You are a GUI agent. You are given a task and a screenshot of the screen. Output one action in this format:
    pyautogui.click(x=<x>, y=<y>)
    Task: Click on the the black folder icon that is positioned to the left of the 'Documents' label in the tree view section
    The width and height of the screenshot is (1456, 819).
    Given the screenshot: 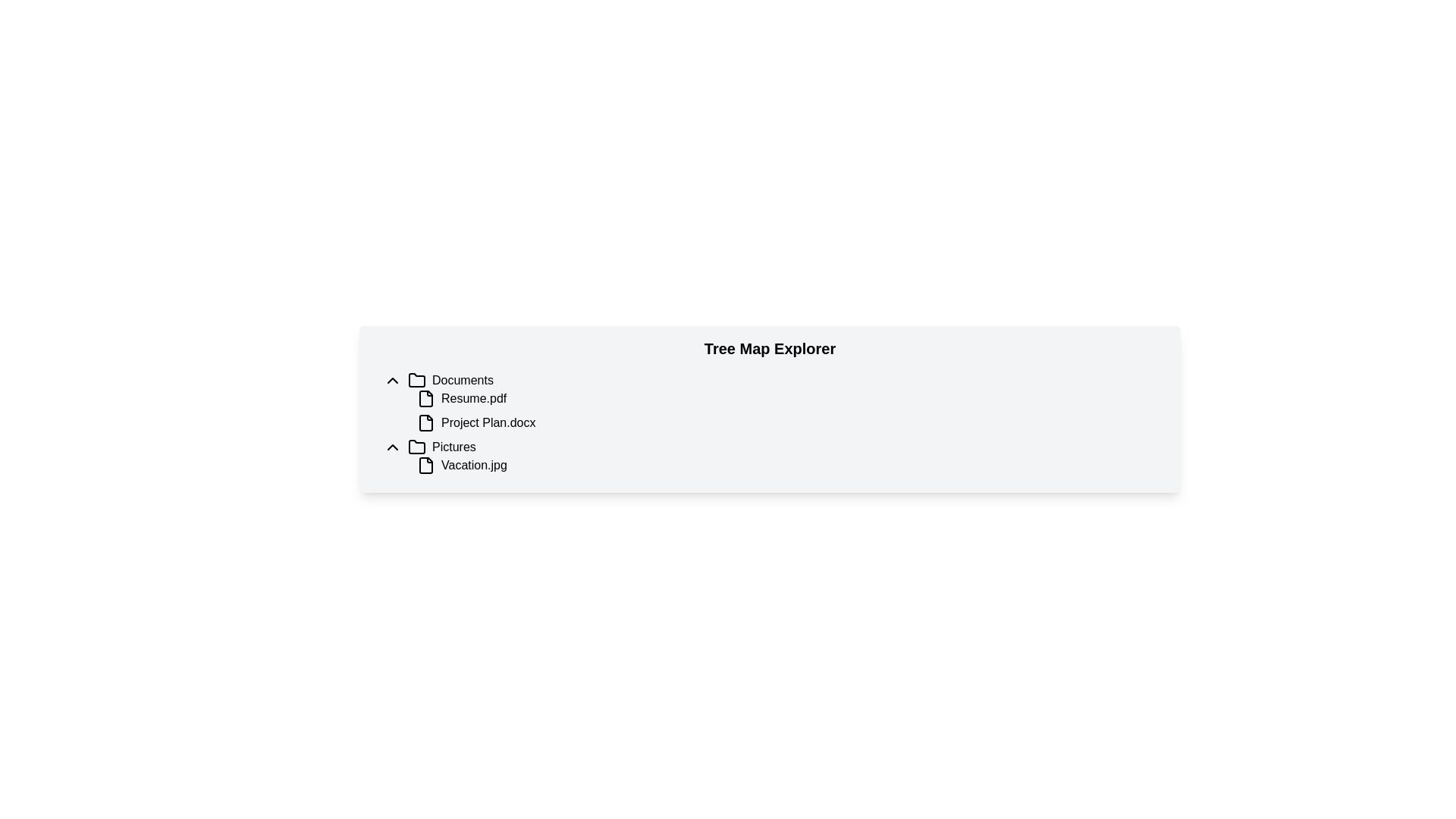 What is the action you would take?
    pyautogui.click(x=417, y=379)
    